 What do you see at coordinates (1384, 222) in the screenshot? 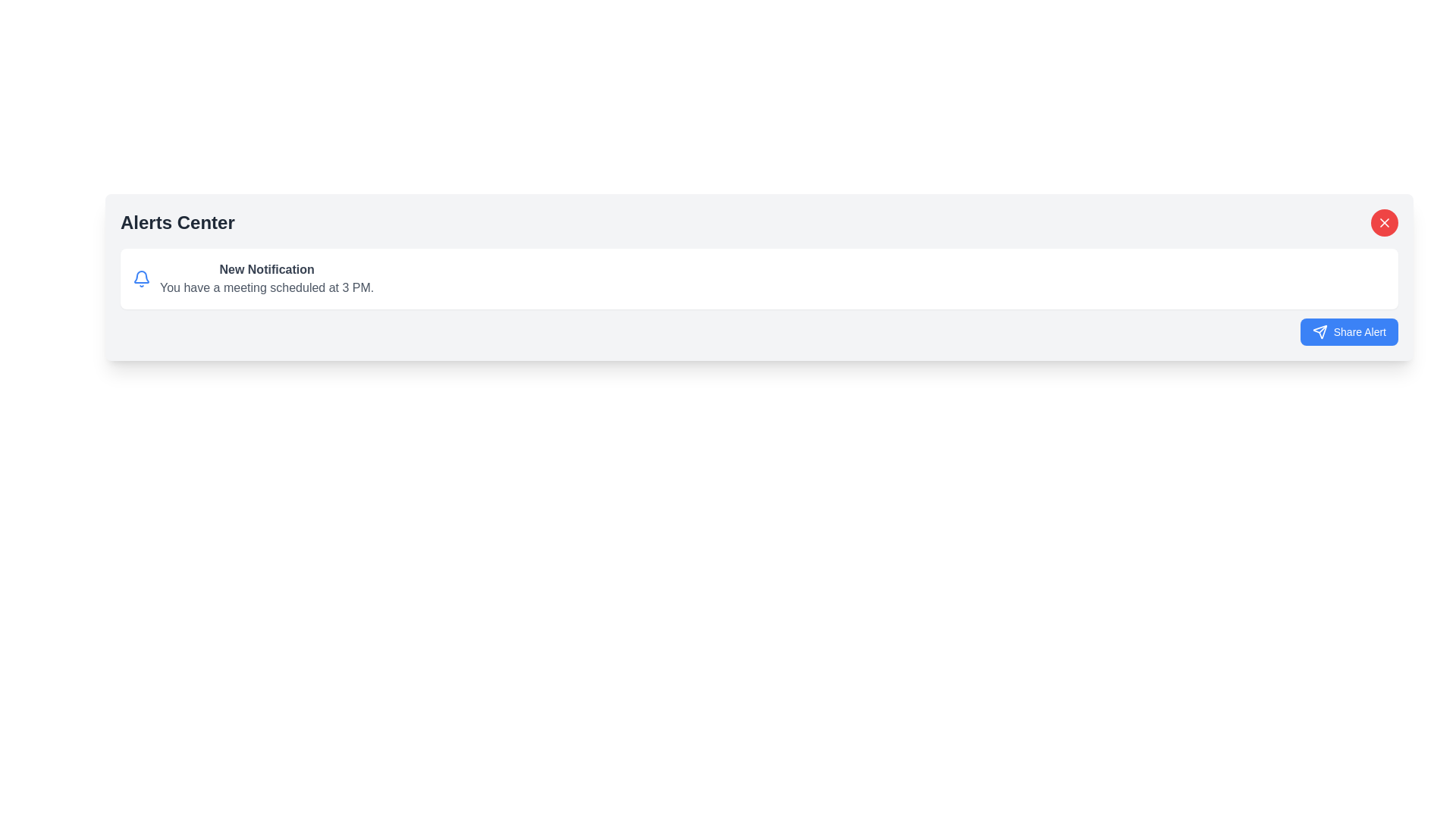
I see `the dismiss button located in the top-right corner beside the text 'Alerts Center'` at bounding box center [1384, 222].